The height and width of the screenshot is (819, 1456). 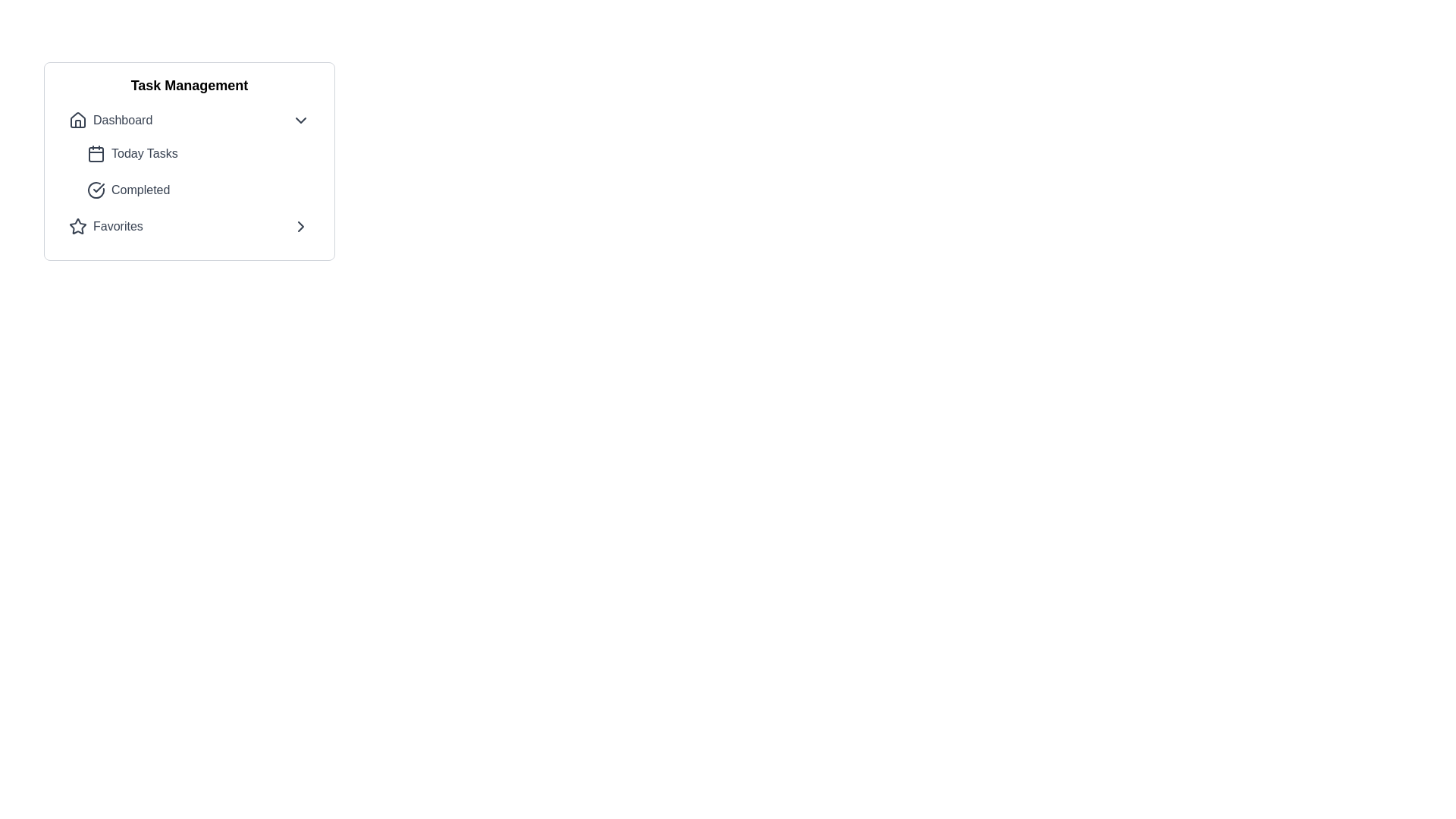 I want to click on the second menu item in the navigation panel, so click(x=188, y=155).